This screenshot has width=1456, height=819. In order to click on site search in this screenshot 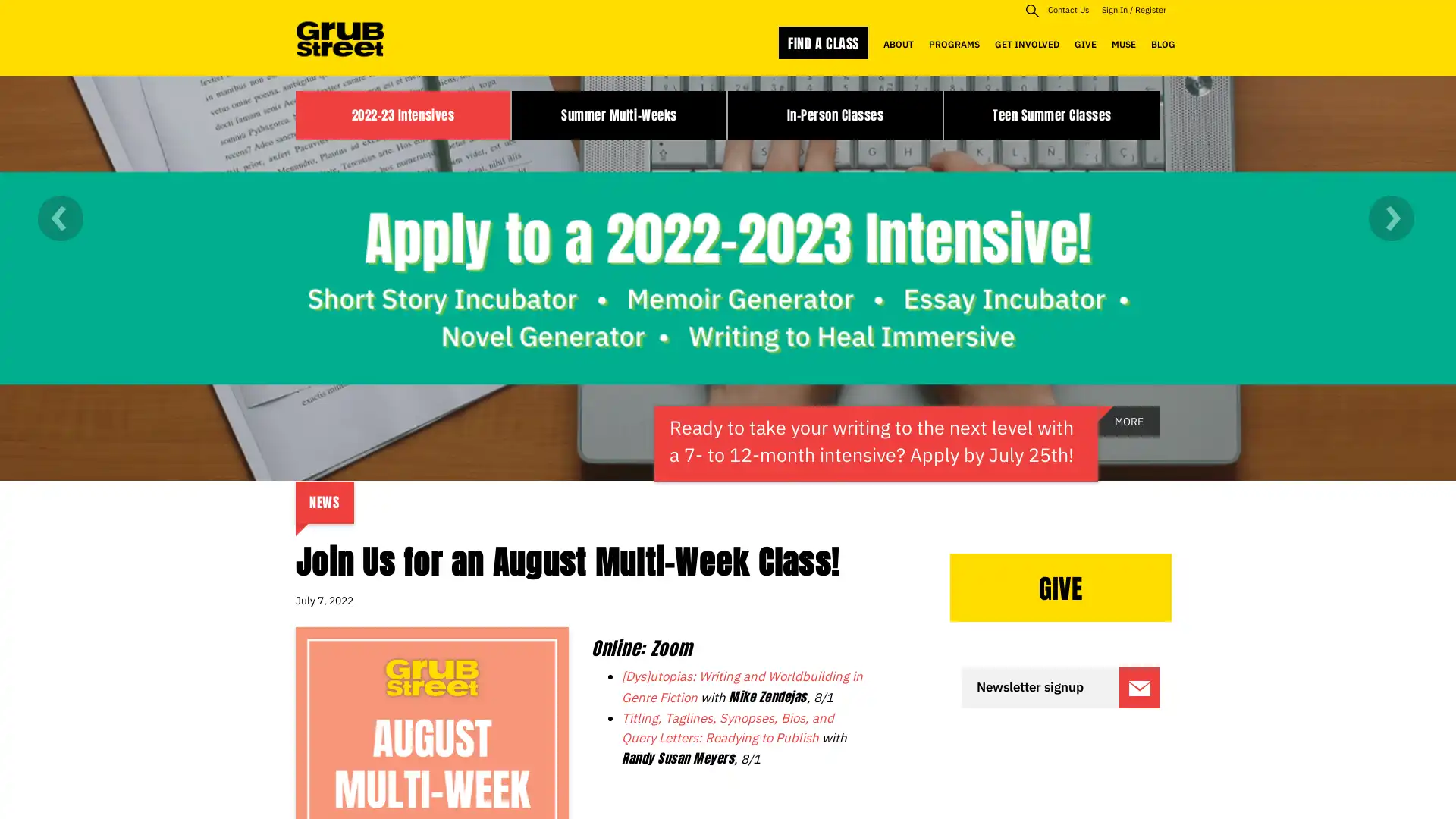, I will do `click(1031, 10)`.